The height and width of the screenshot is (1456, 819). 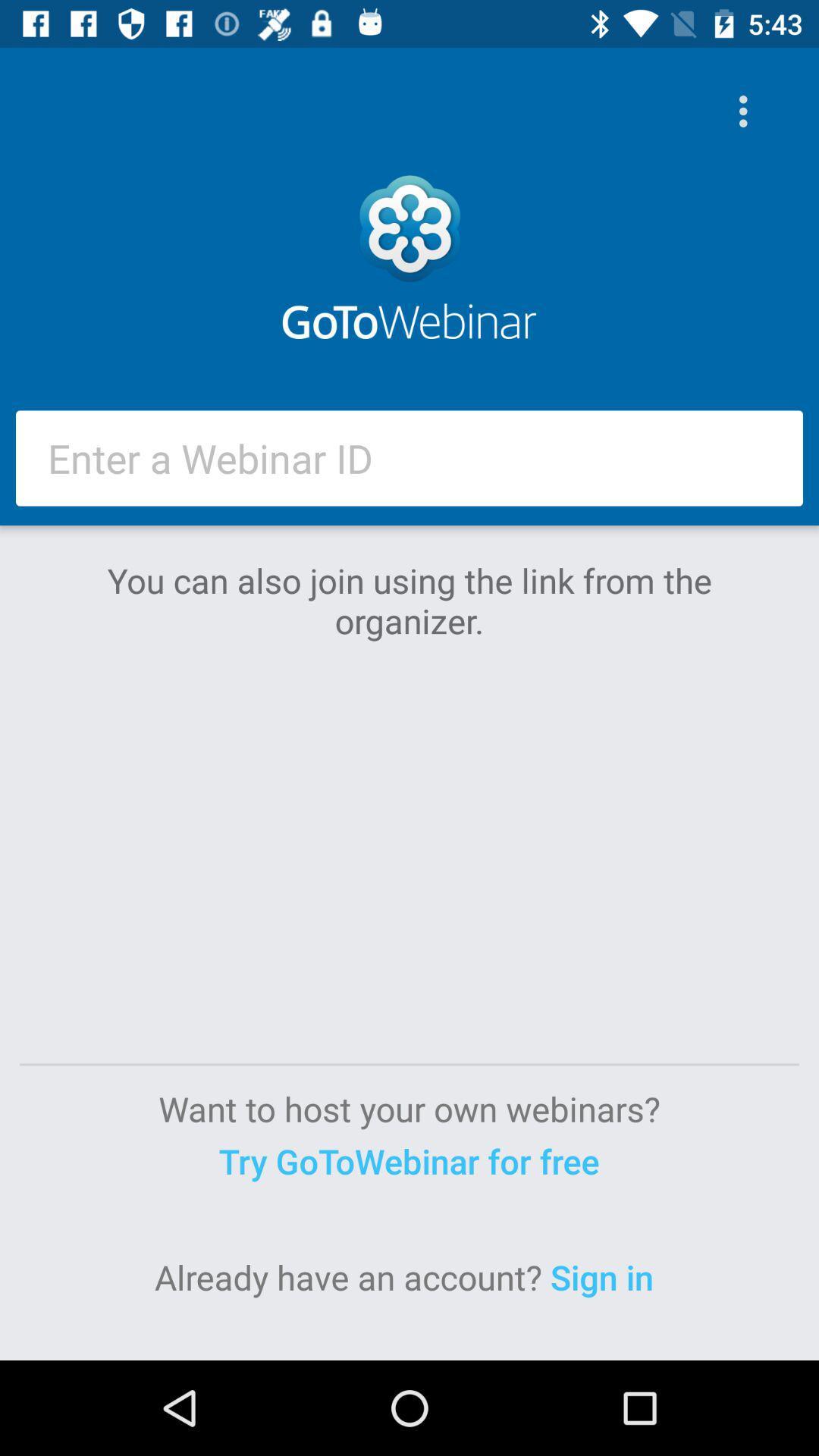 What do you see at coordinates (606, 1276) in the screenshot?
I see `item to the right of already have an` at bounding box center [606, 1276].